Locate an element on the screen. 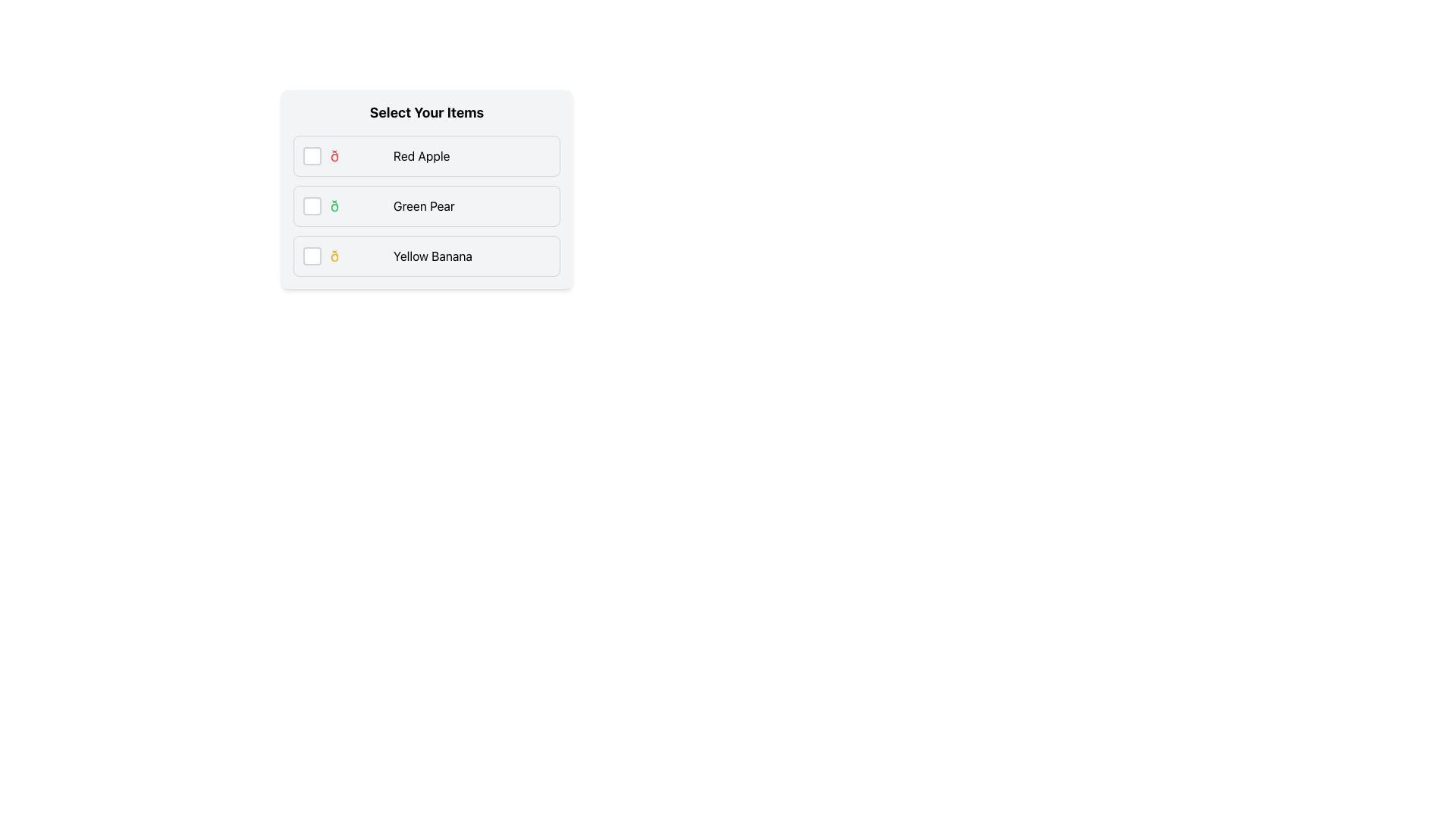 This screenshot has width=1456, height=819. the text label displaying 'Green Pear' in a black font, which is located within a list item and positioned to the right of an icon is located at coordinates (424, 206).